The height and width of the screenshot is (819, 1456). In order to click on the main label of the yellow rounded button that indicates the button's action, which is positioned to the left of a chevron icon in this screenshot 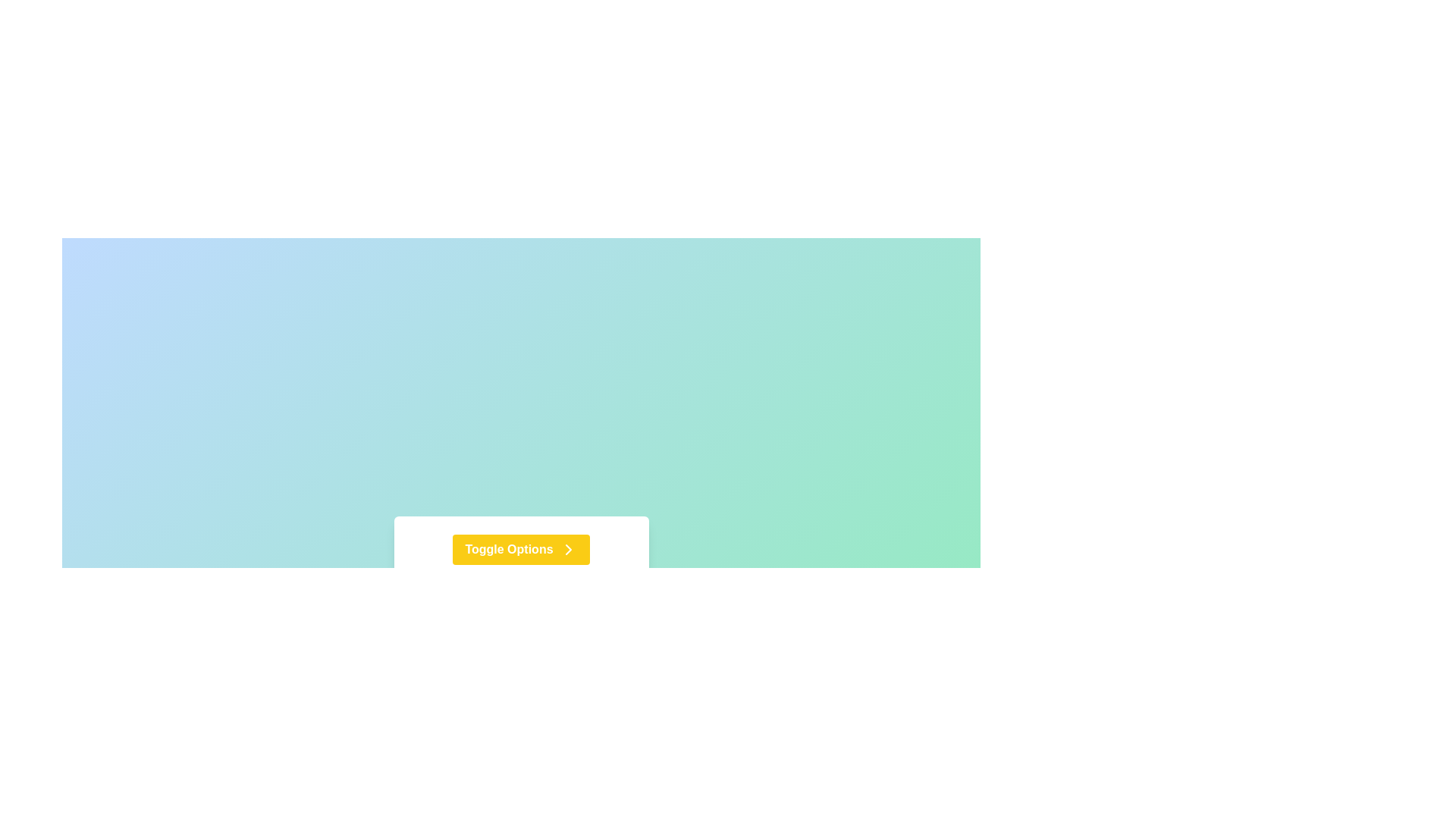, I will do `click(509, 550)`.